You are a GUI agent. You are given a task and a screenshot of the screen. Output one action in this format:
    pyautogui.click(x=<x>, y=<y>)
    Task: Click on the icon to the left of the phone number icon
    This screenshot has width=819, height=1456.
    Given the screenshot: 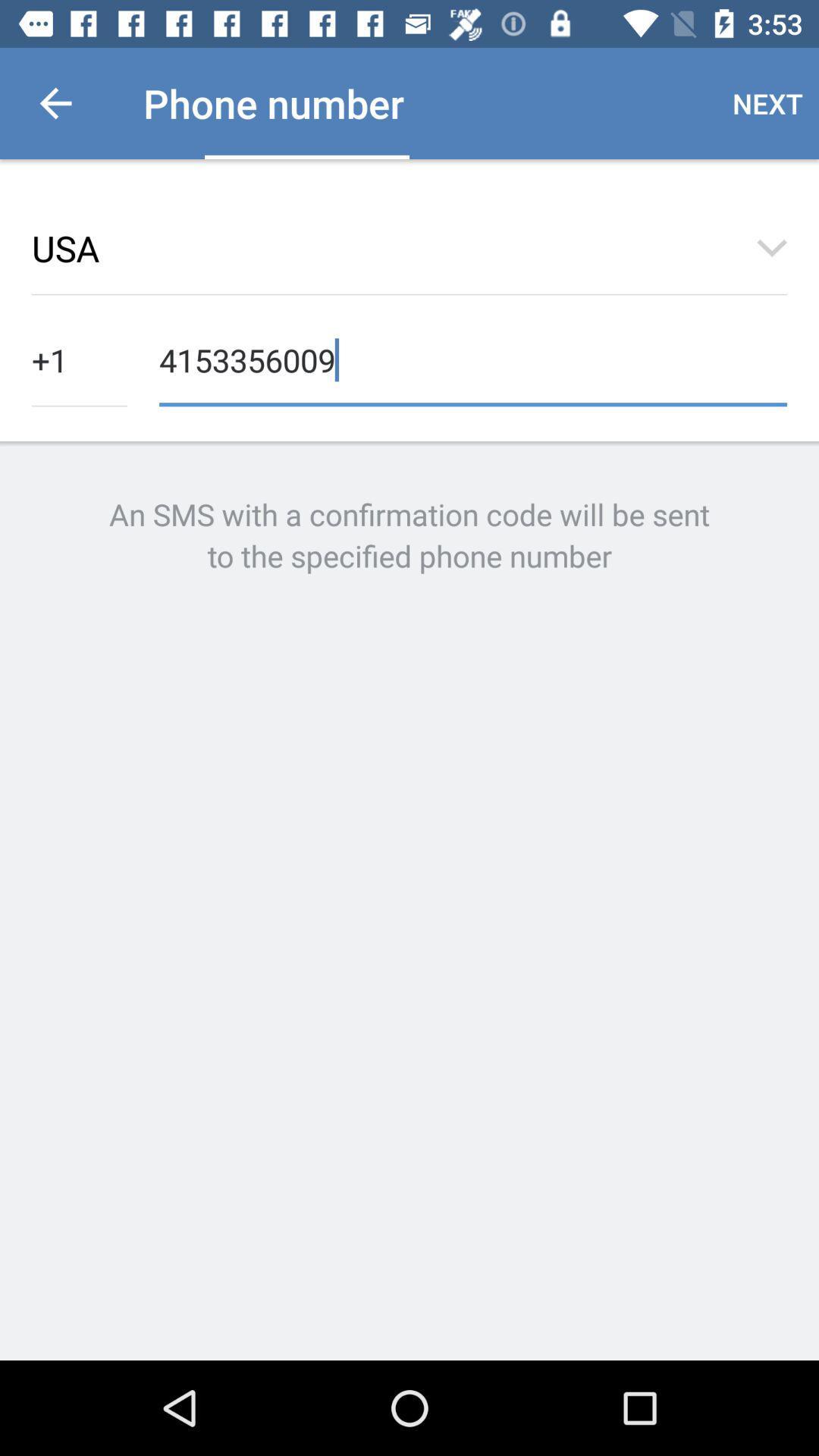 What is the action you would take?
    pyautogui.click(x=55, y=102)
    